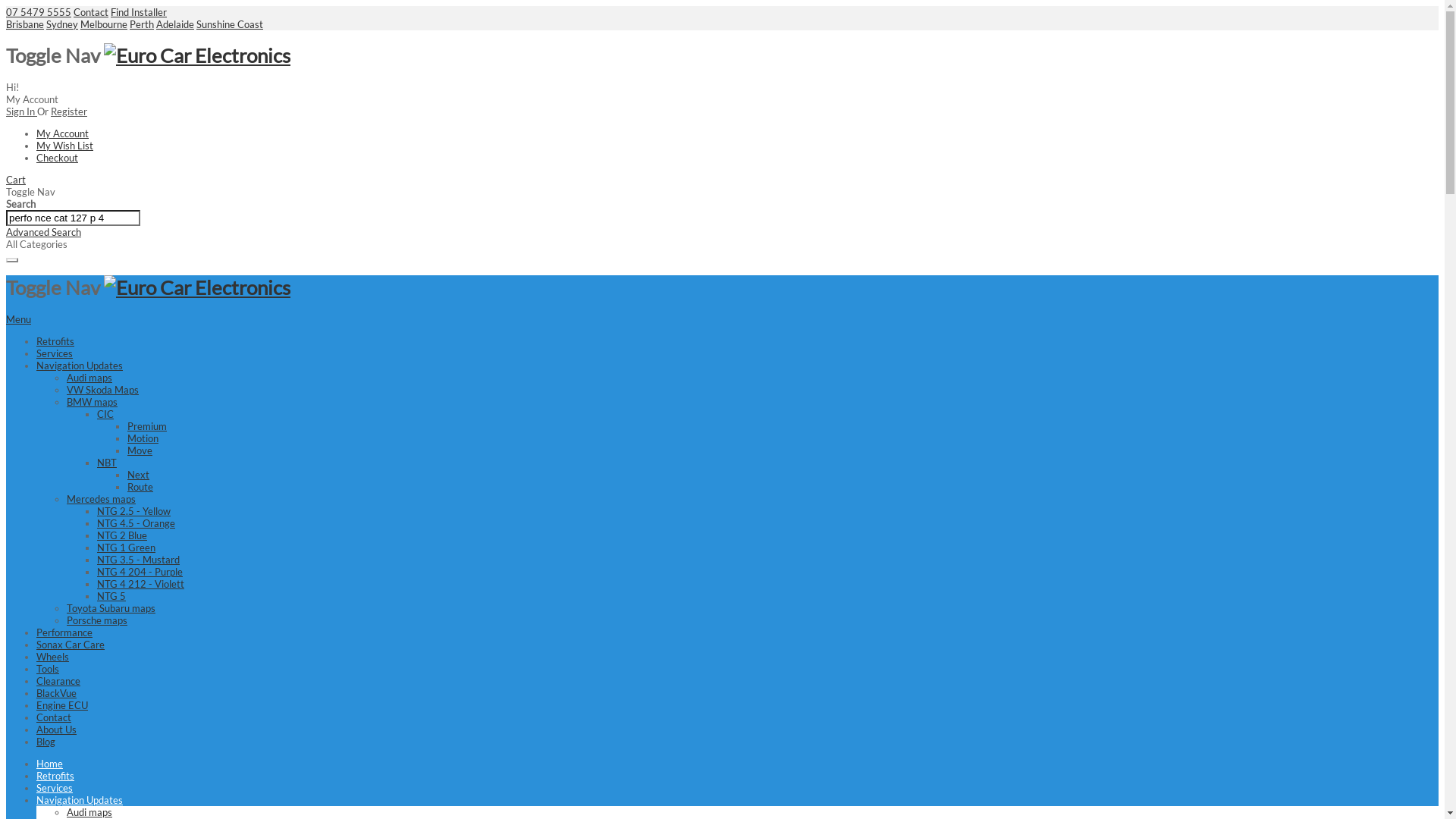 The height and width of the screenshot is (819, 1456). Describe the element at coordinates (55, 786) in the screenshot. I see `'Services'` at that location.